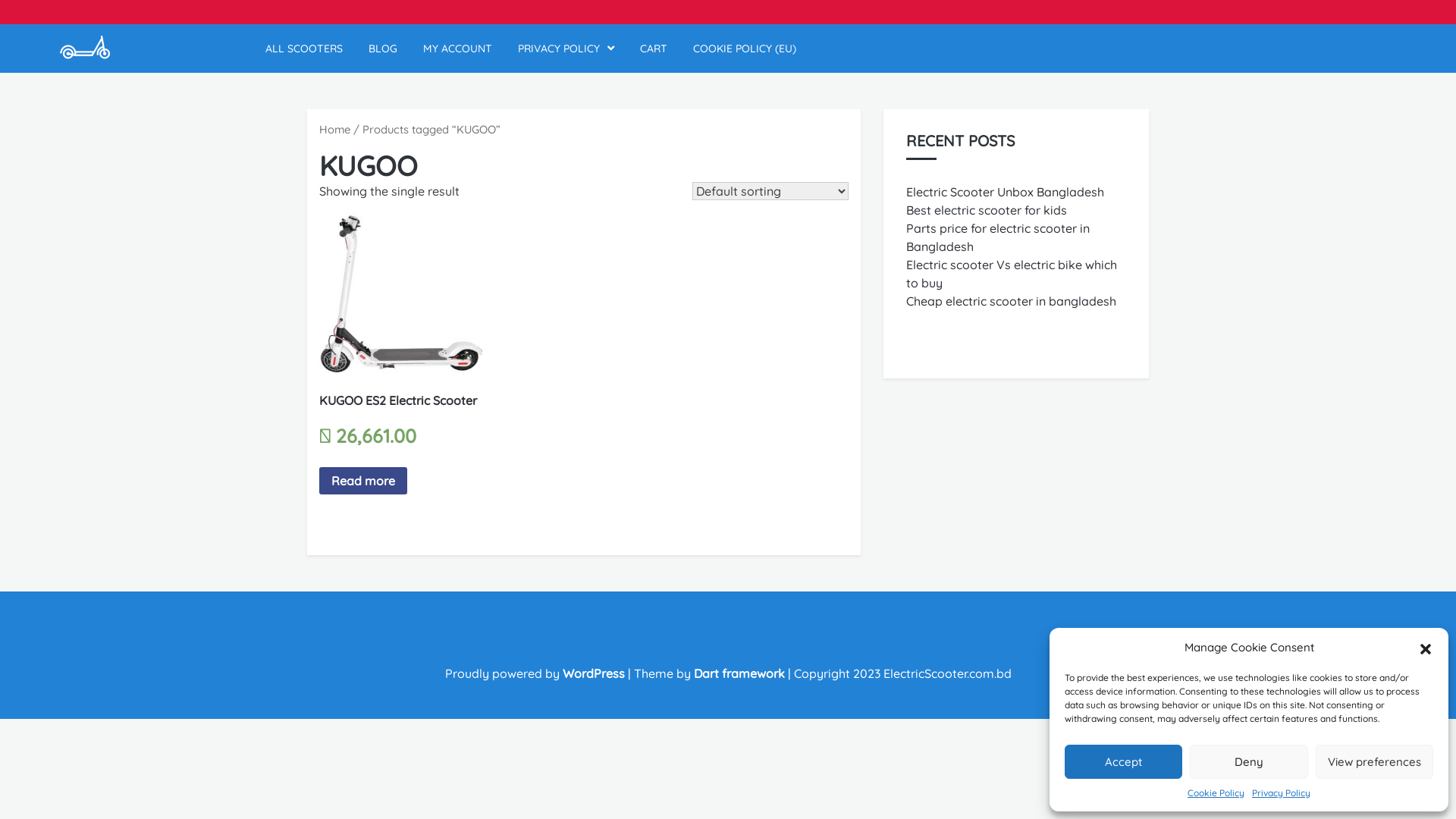 This screenshot has width=1456, height=819. Describe the element at coordinates (457, 48) in the screenshot. I see `'MY ACCOUNT'` at that location.